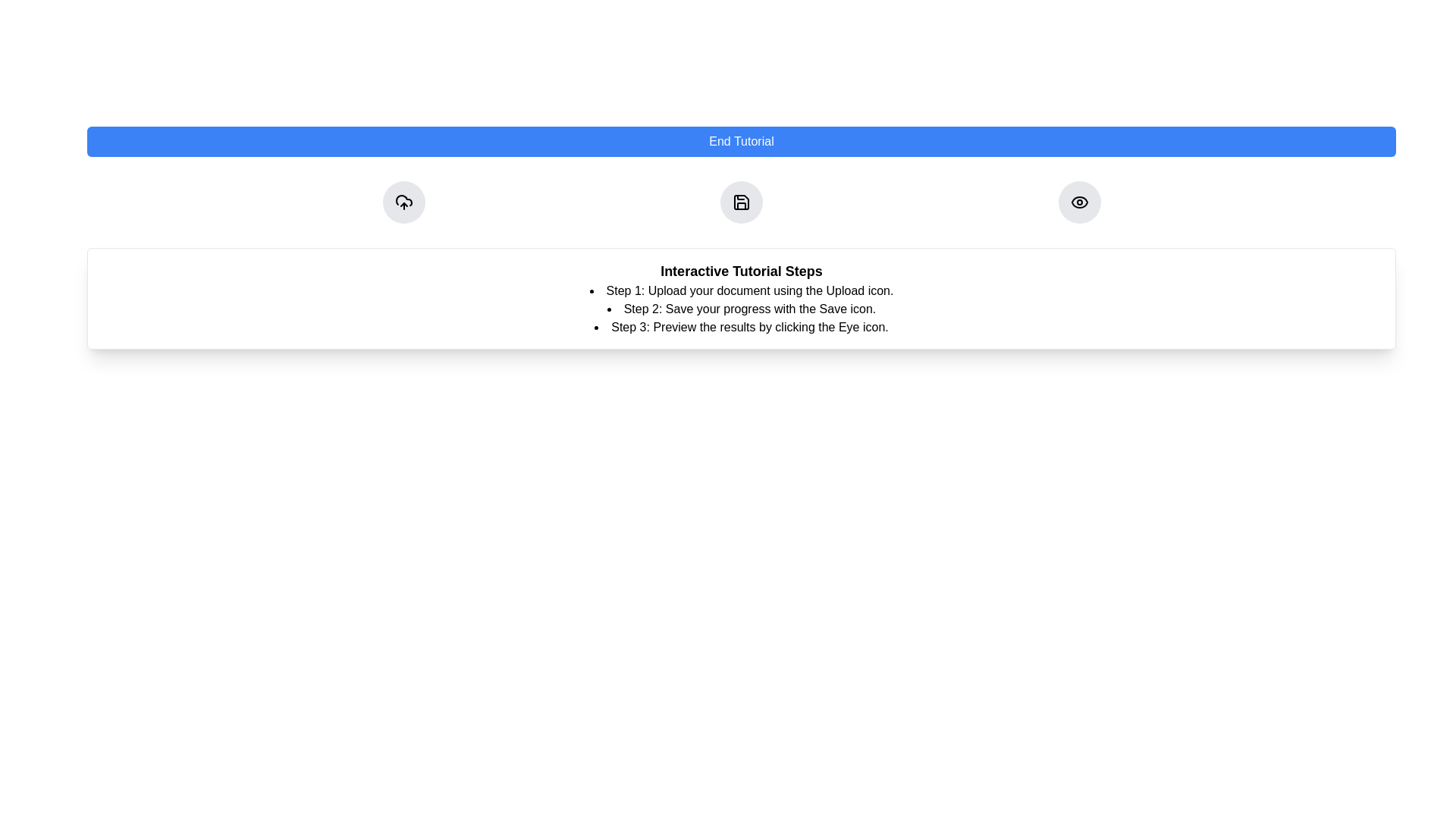  What do you see at coordinates (403, 201) in the screenshot?
I see `the interactive circular button with a gray background and a cloud icon with an upward arrow` at bounding box center [403, 201].